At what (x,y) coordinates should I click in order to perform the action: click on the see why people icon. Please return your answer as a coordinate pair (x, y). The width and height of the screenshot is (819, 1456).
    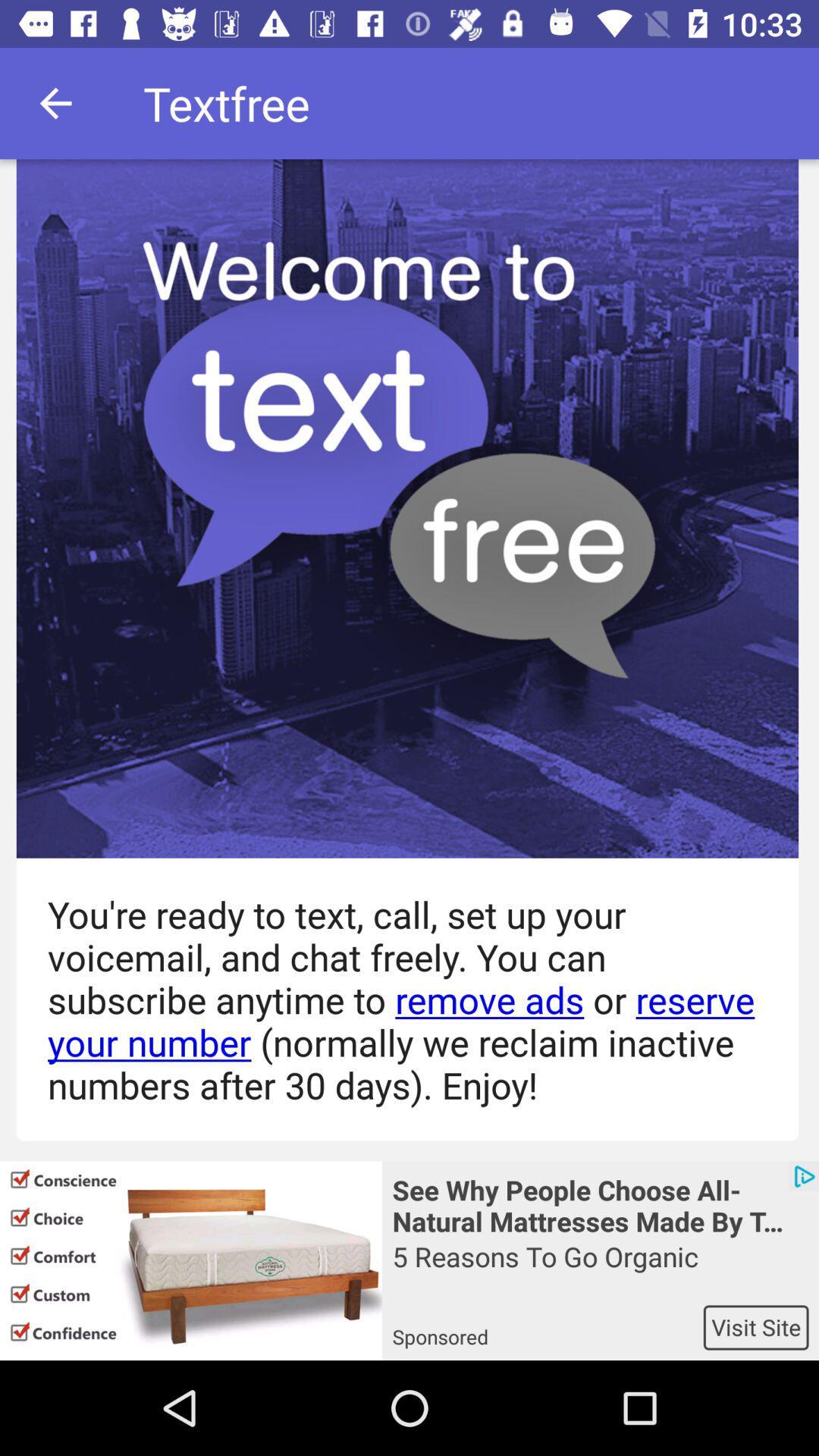
    Looking at the image, I should click on (599, 1203).